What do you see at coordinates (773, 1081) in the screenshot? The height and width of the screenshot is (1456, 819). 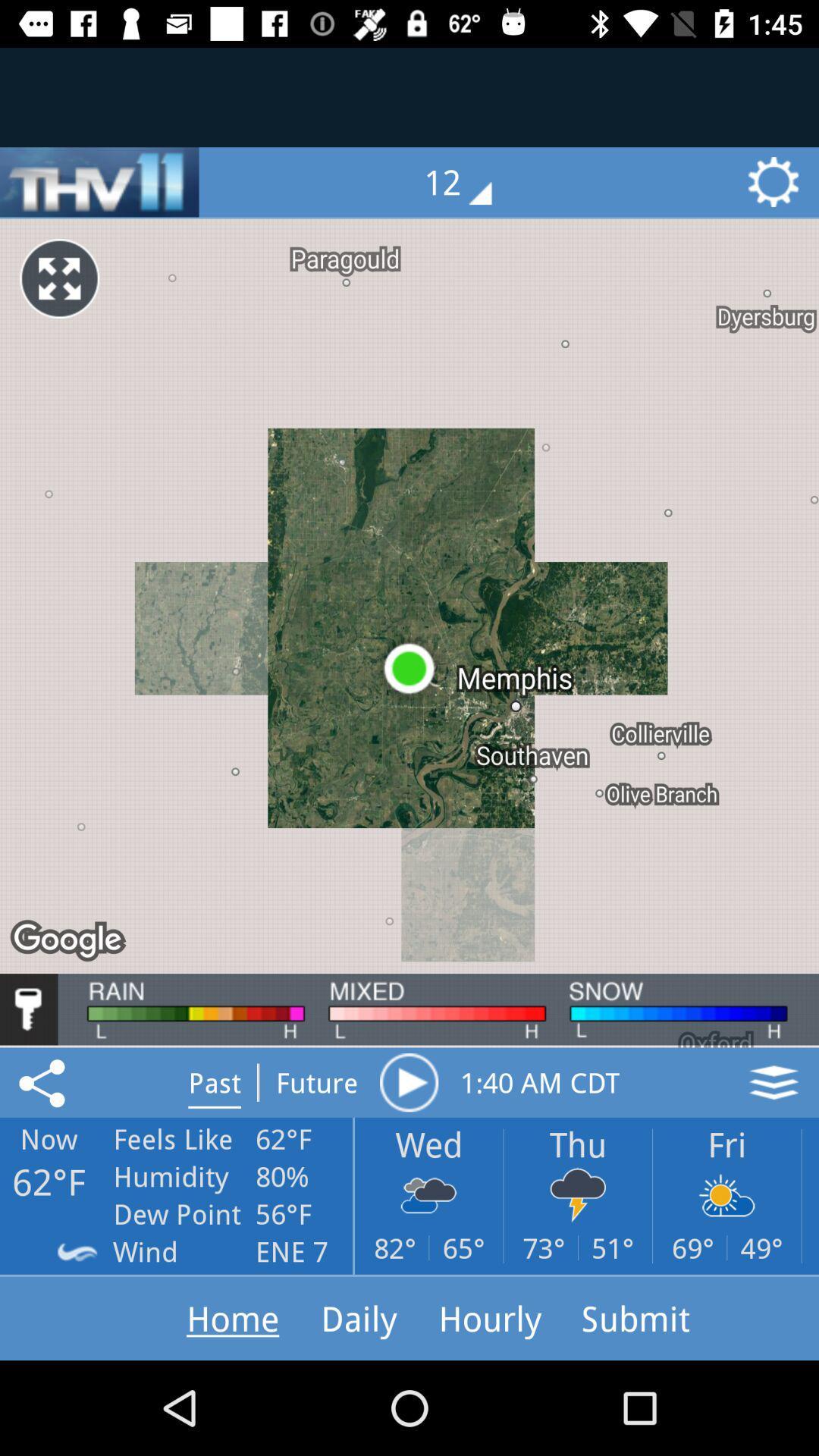 I see `the layers icon` at bounding box center [773, 1081].